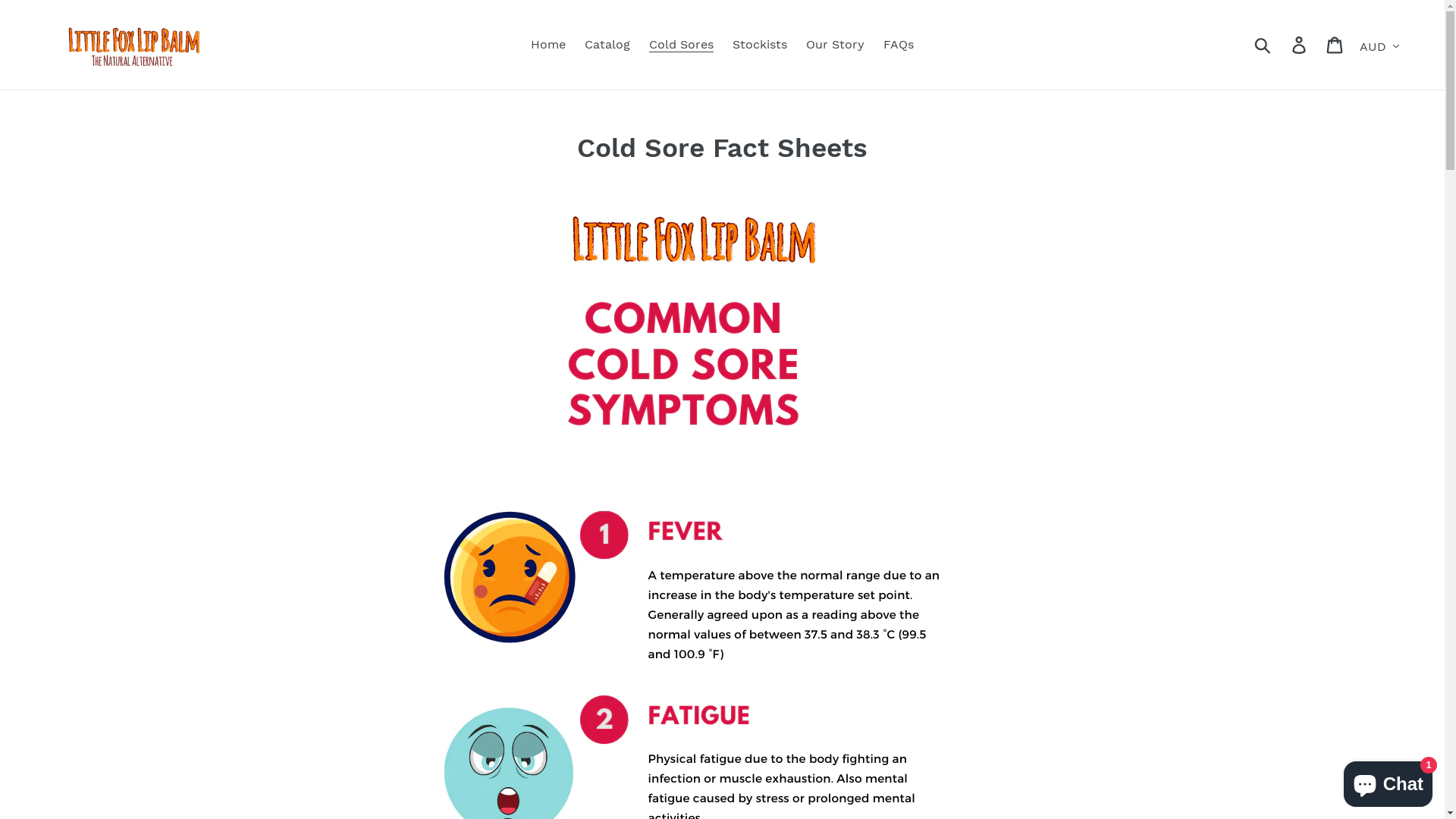 The width and height of the screenshot is (1456, 819). I want to click on 'Home', so click(548, 43).